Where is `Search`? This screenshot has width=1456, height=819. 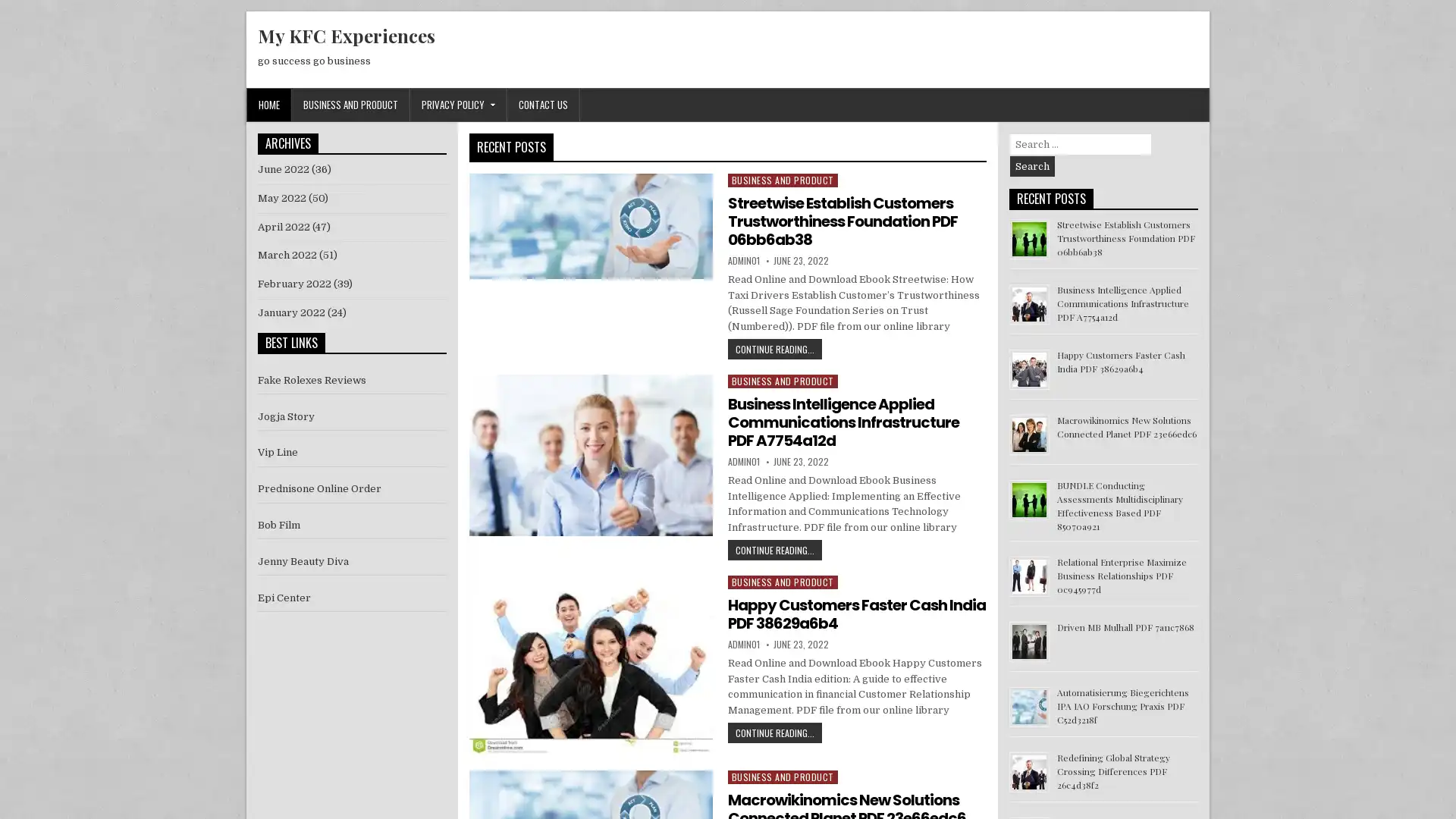 Search is located at coordinates (1031, 166).